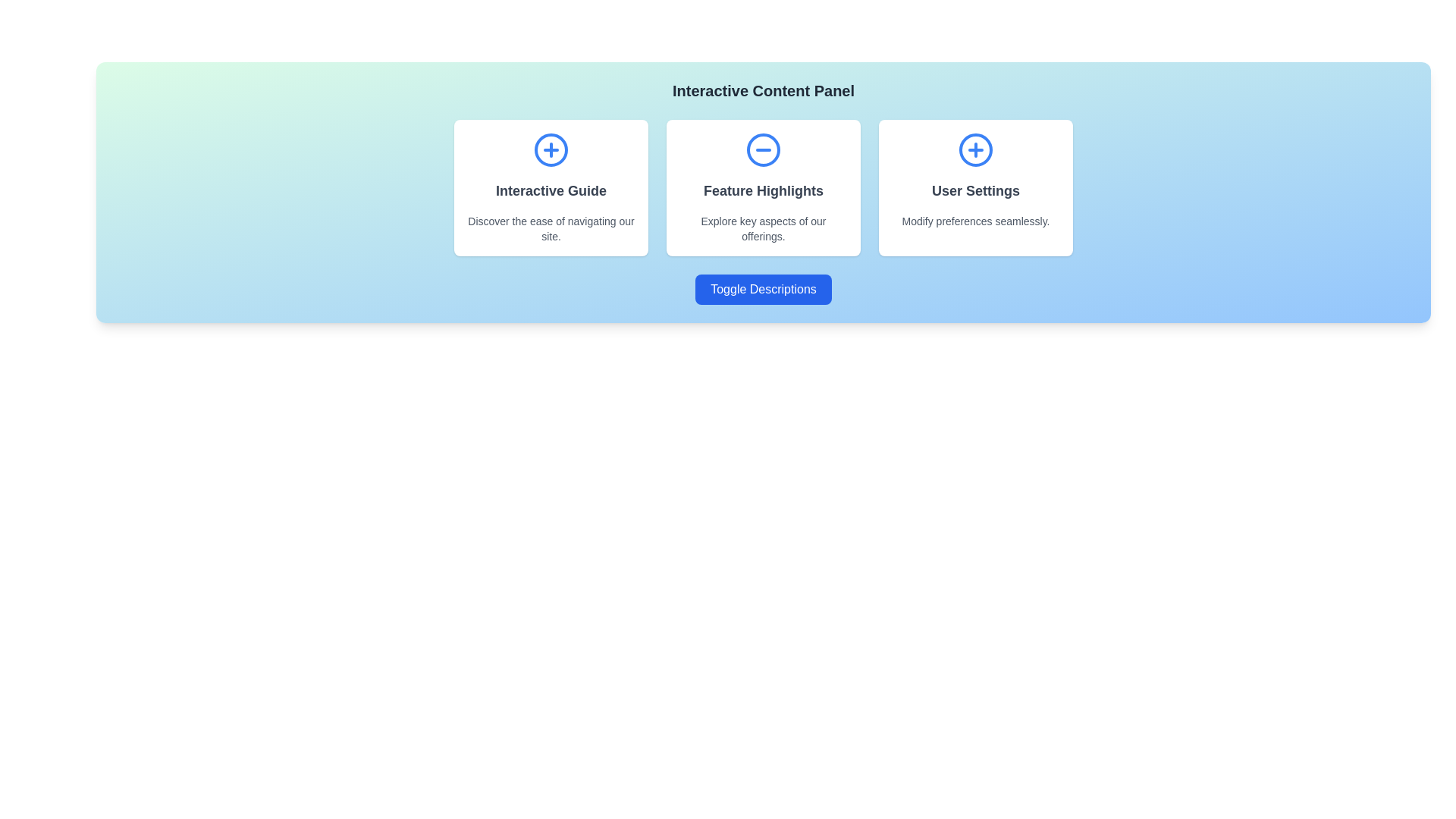 This screenshot has height=819, width=1456. What do you see at coordinates (975, 187) in the screenshot?
I see `the 'User Settings' card, which has a white background, a blue circular plus icon, and is the third card in a row of three` at bounding box center [975, 187].